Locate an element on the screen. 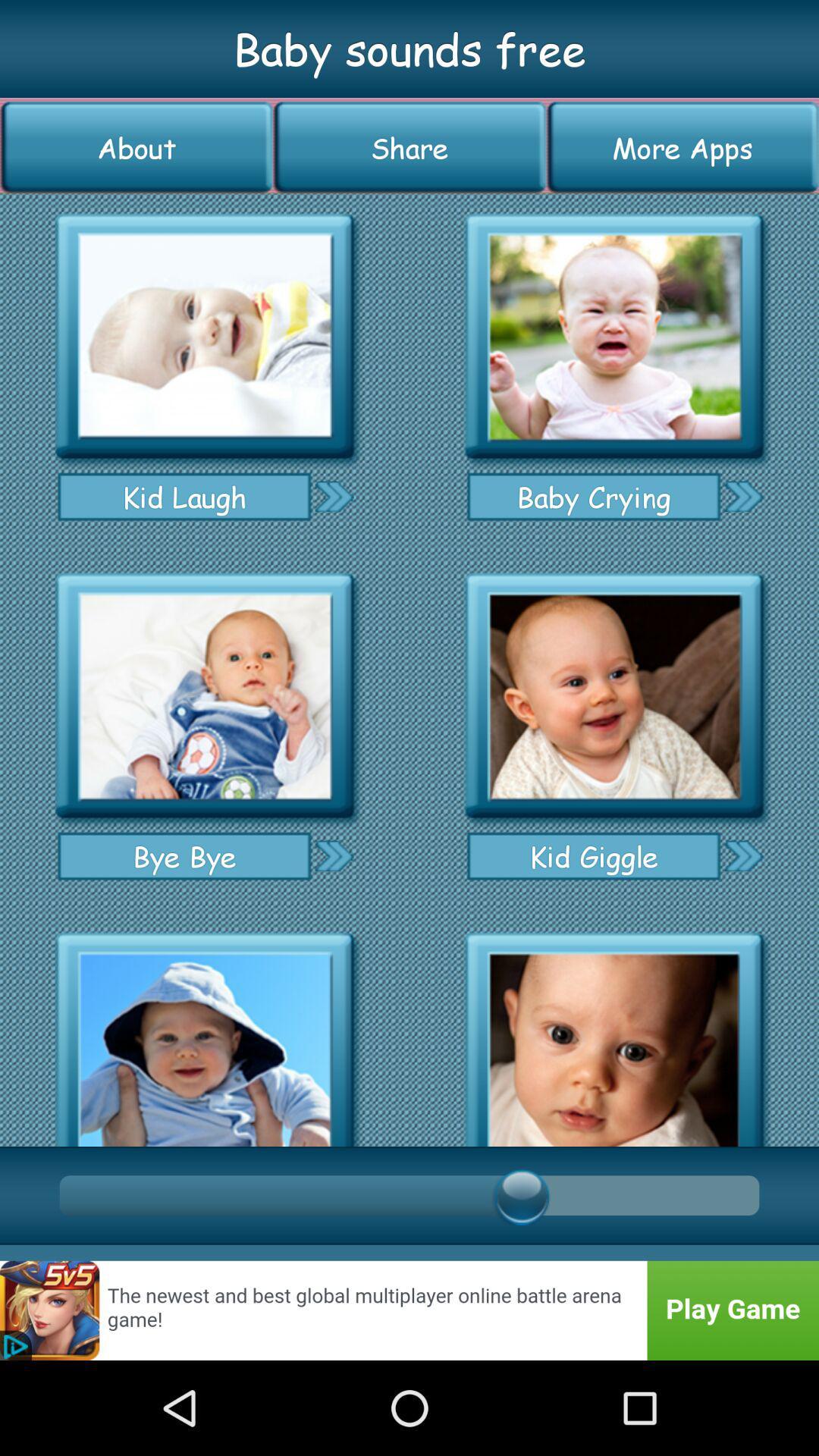 Image resolution: width=819 pixels, height=1456 pixels. the sound is located at coordinates (205, 1034).